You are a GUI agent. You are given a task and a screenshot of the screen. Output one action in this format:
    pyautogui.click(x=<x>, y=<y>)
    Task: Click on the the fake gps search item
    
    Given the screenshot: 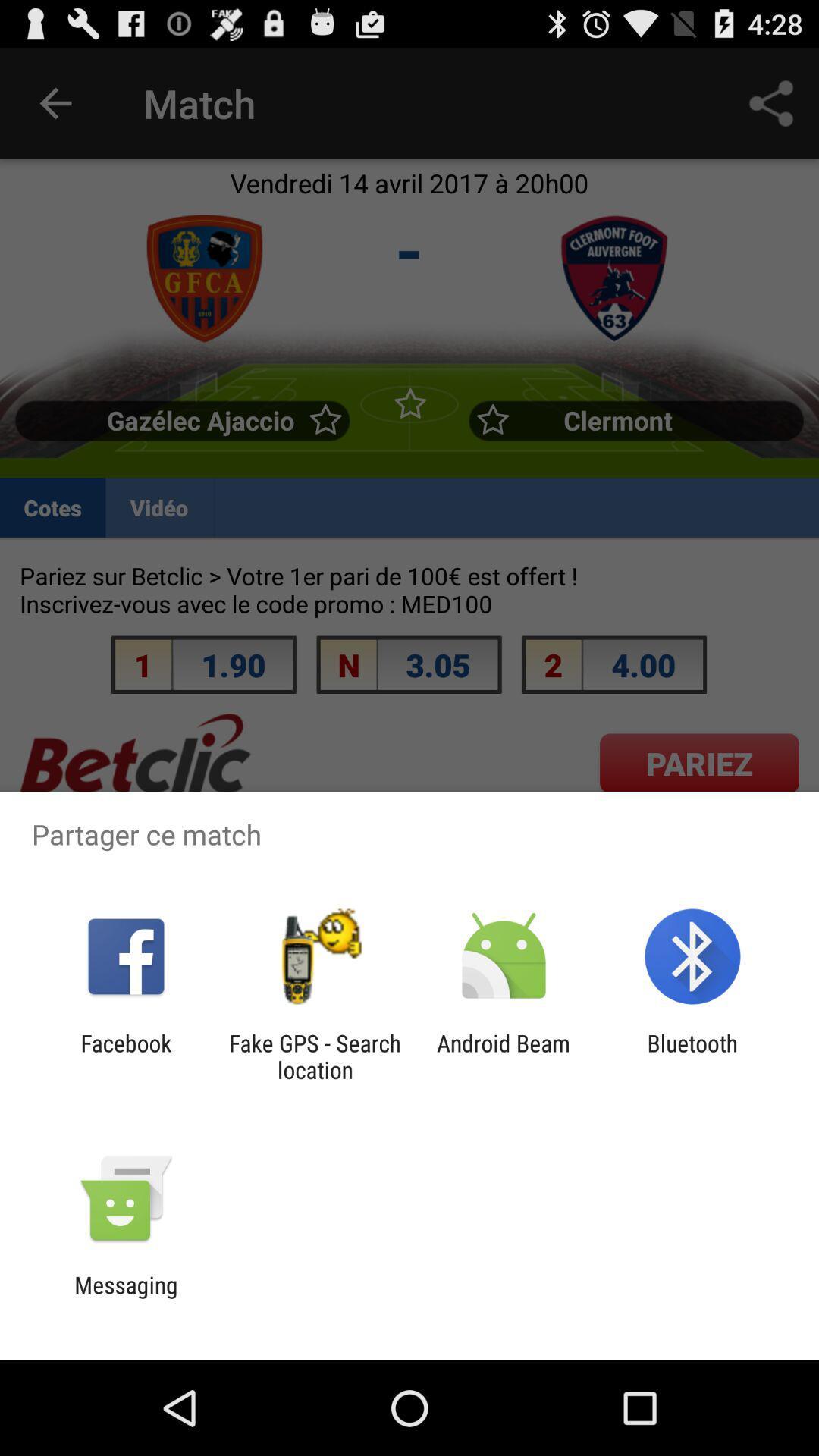 What is the action you would take?
    pyautogui.click(x=314, y=1056)
    